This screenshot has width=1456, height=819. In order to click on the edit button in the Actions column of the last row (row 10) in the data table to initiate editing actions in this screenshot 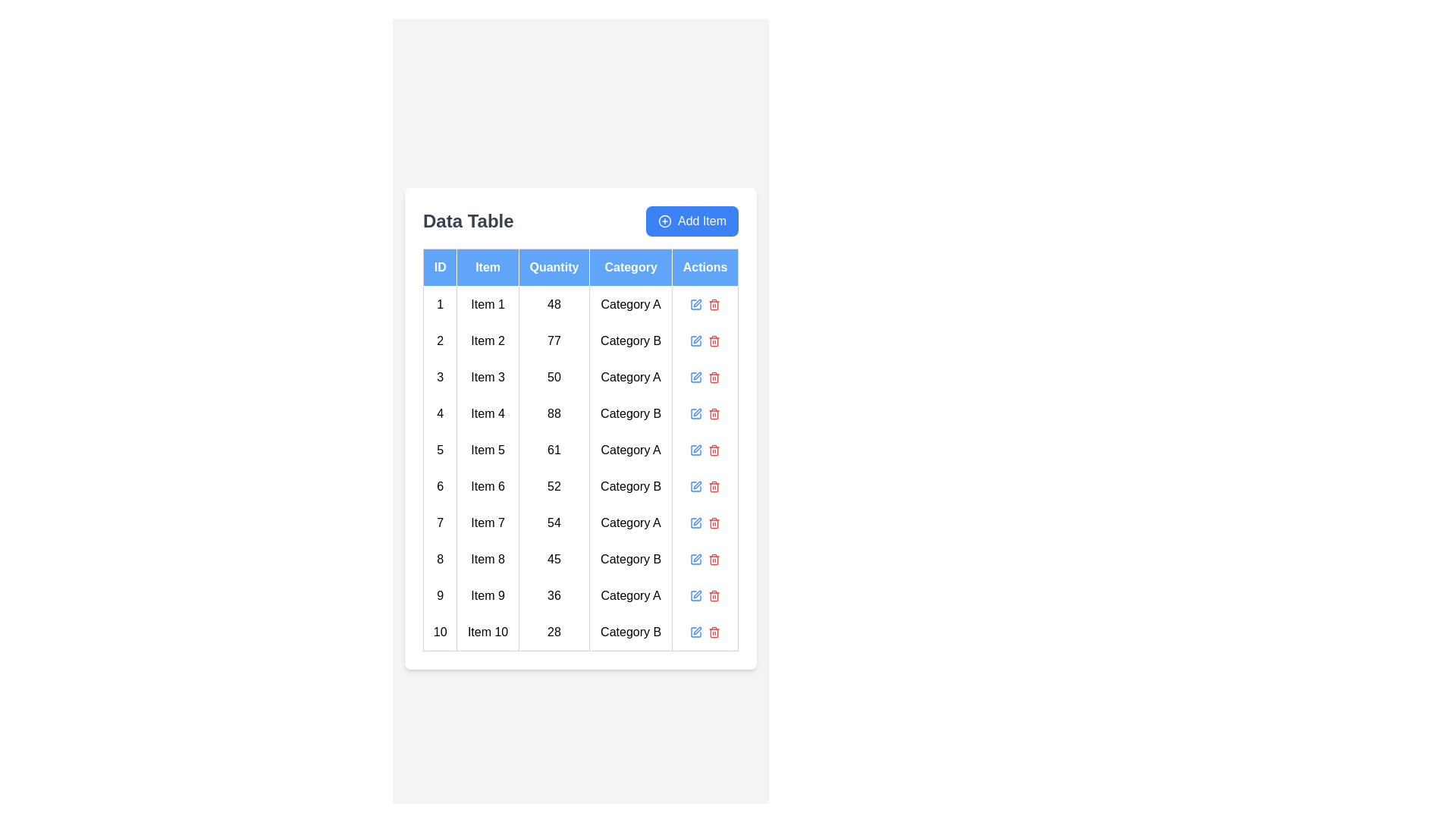, I will do `click(695, 632)`.